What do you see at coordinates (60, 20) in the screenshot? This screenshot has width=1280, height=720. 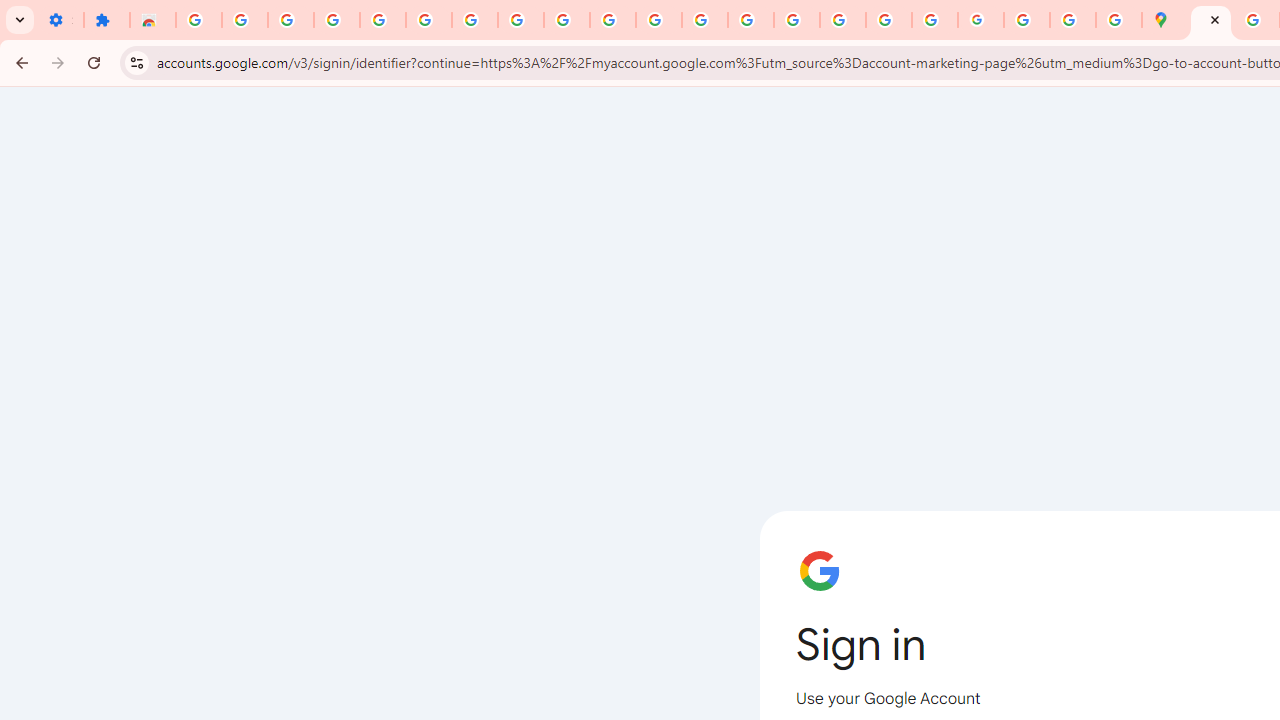 I see `'Settings - On startup'` at bounding box center [60, 20].